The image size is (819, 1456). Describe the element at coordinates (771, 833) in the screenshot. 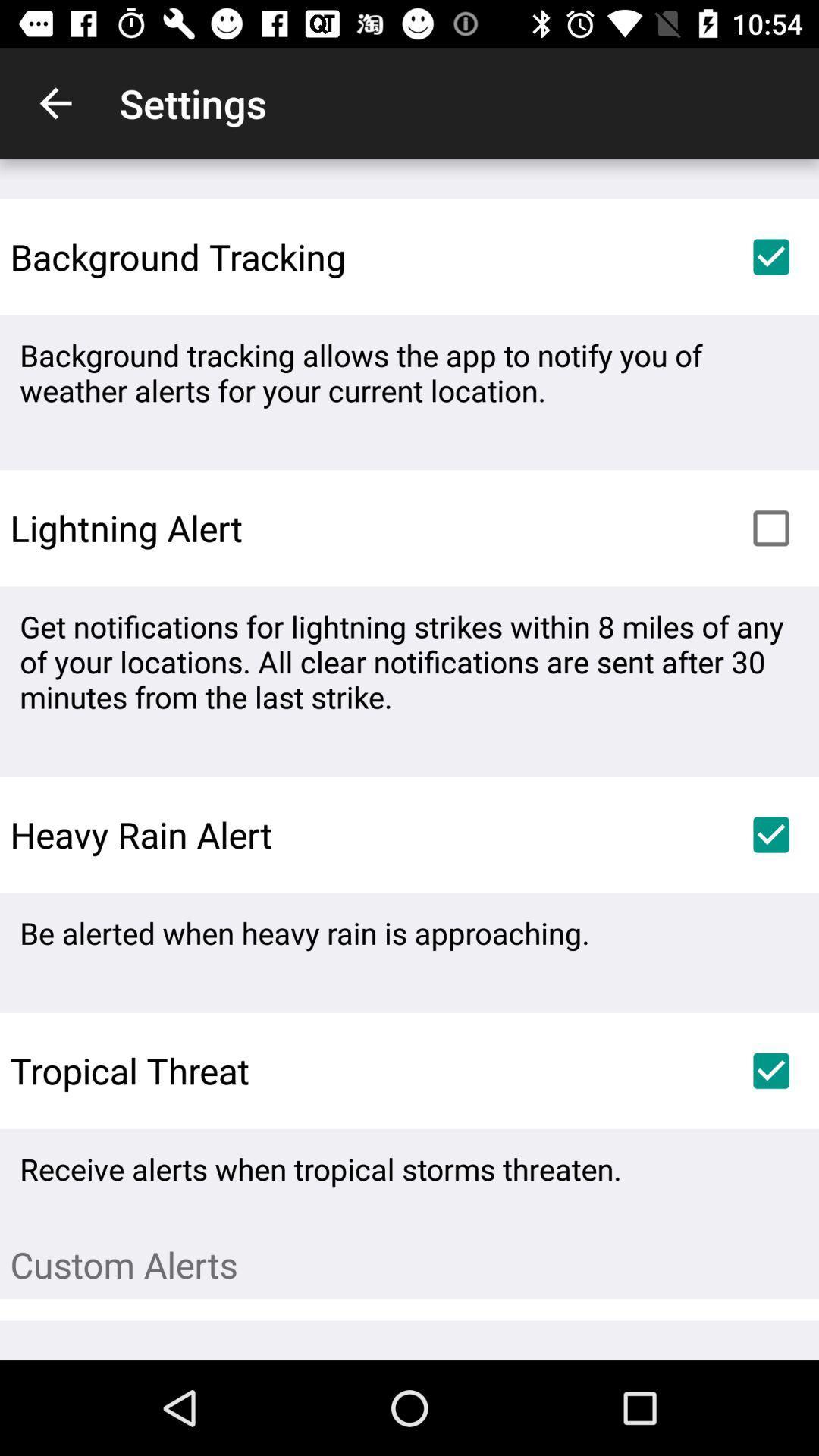

I see `heavy rain` at that location.